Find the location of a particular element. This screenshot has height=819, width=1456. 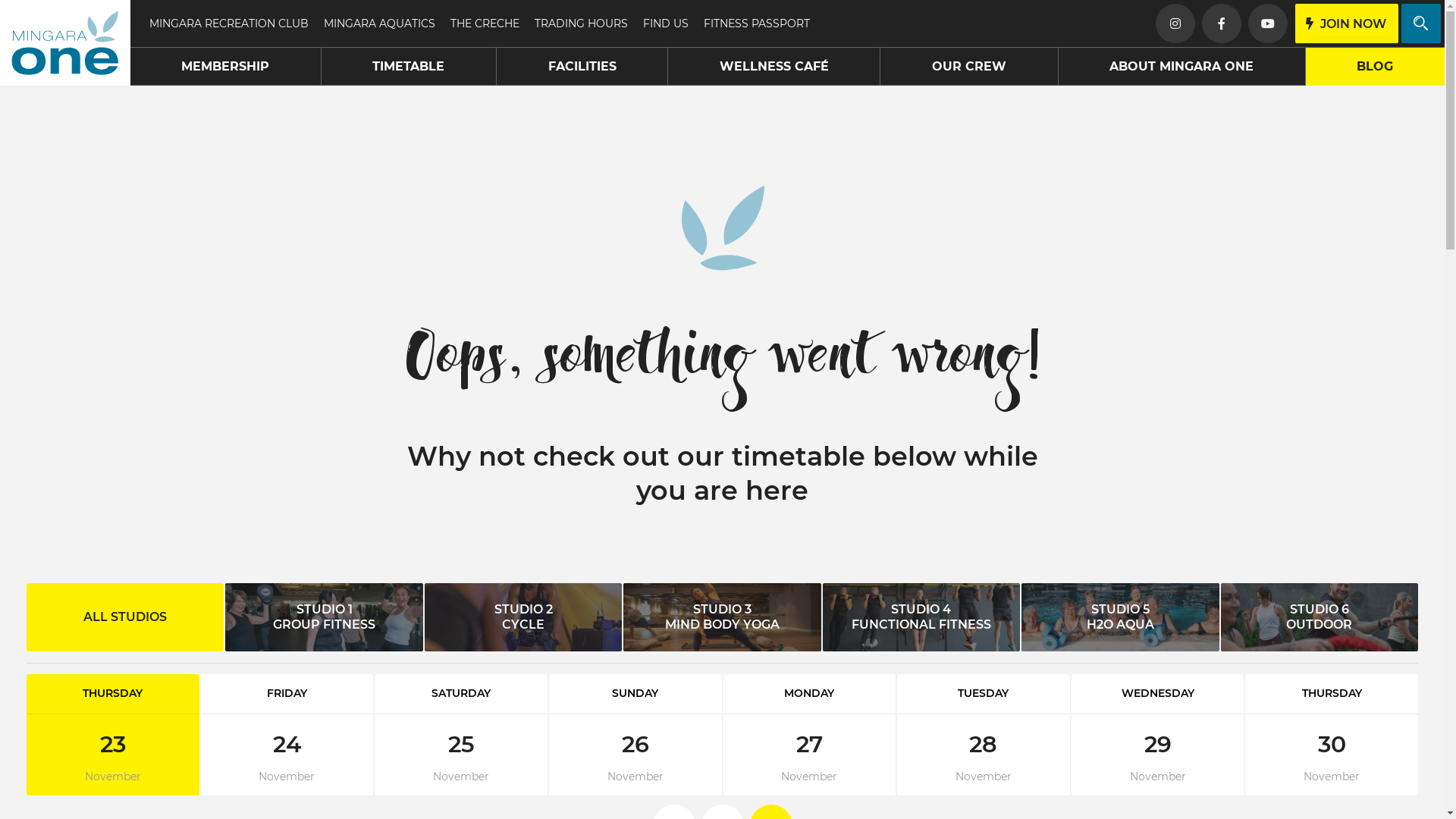

'FITNESS PASSPORT' is located at coordinates (757, 23).